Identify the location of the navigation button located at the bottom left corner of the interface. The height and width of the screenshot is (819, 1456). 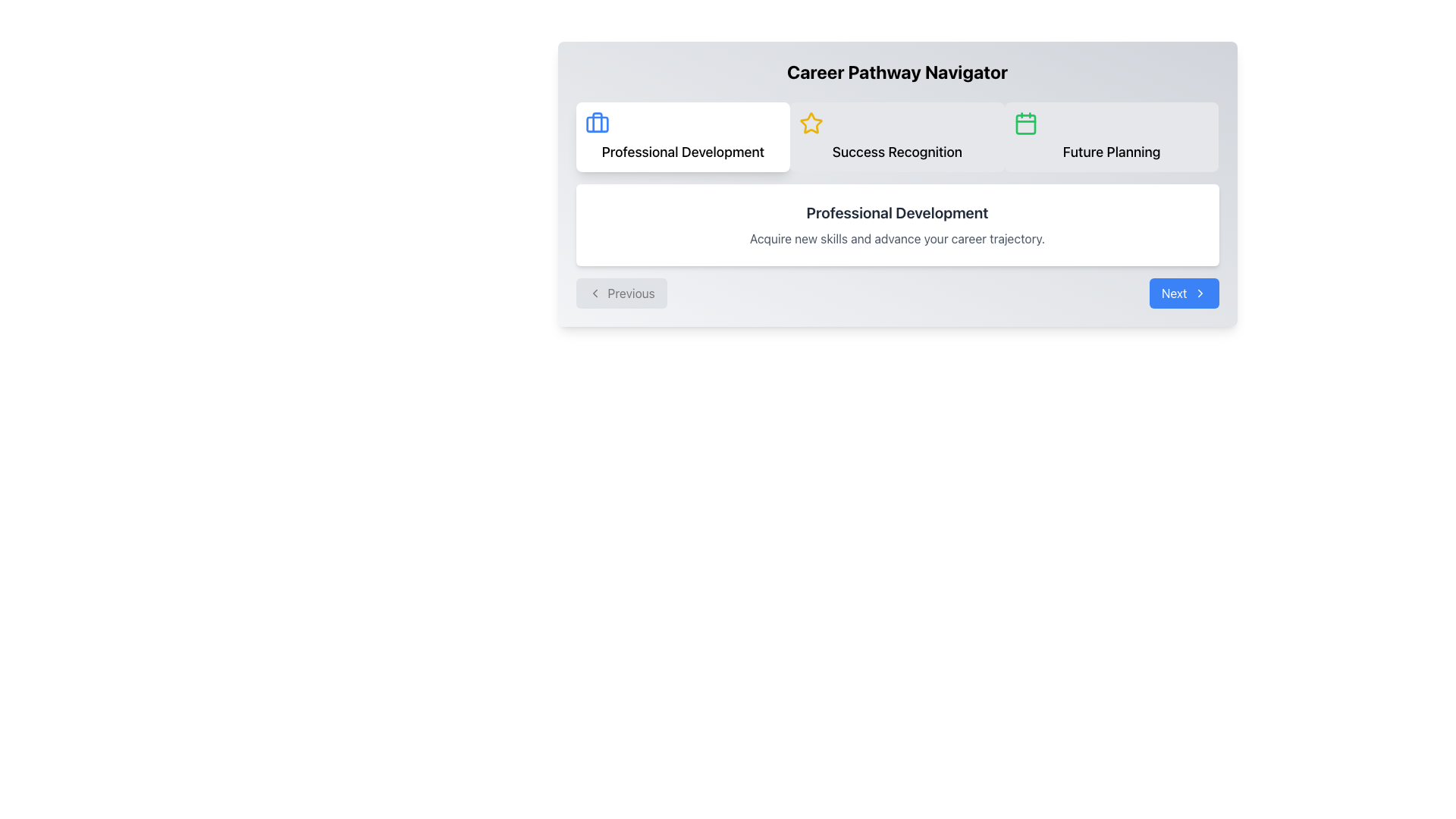
(621, 293).